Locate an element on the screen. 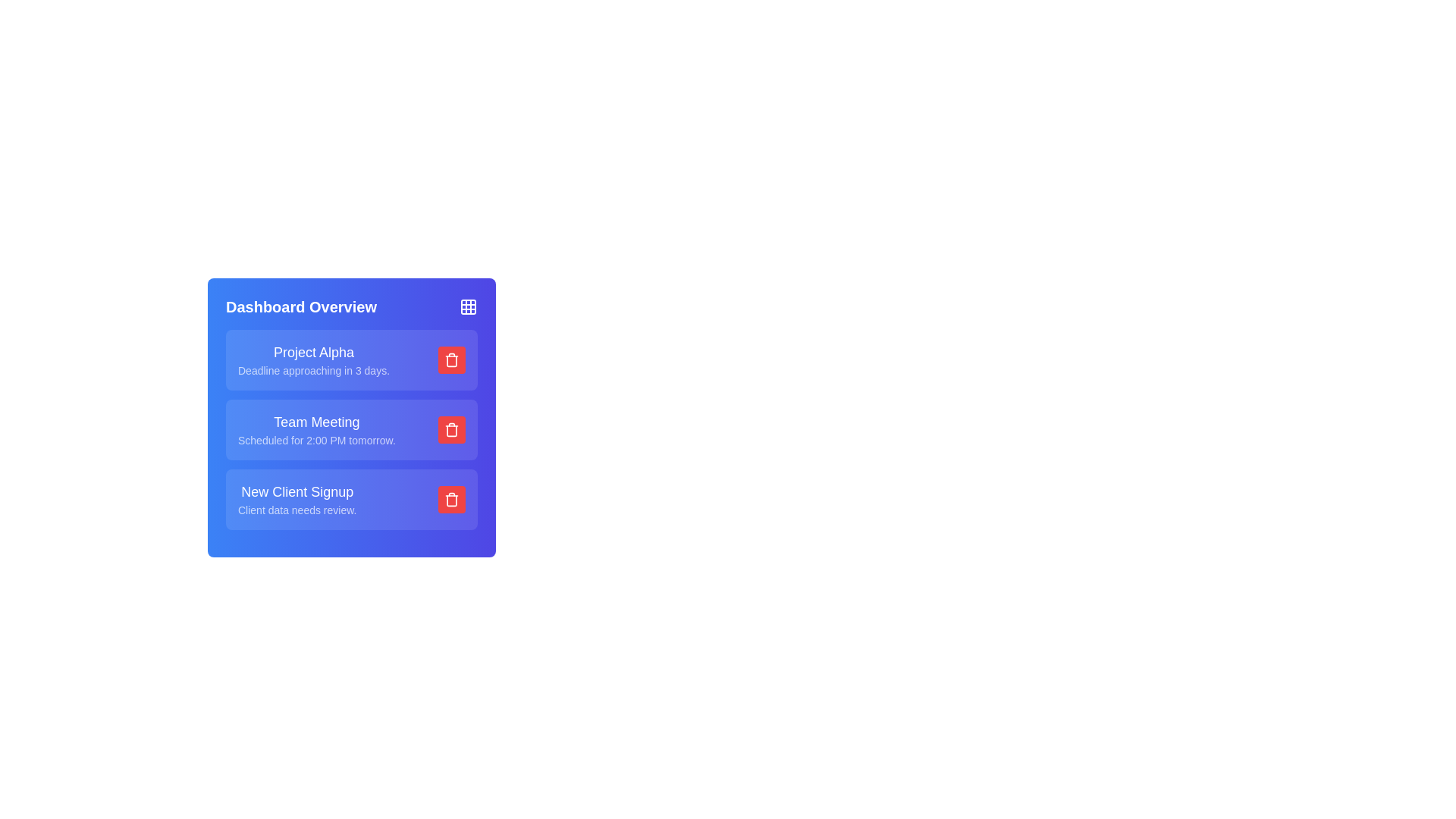 This screenshot has height=819, width=1456. the grid icon with a blue background in the upper-right corner of the 'Dashboard Overview' section is located at coordinates (468, 307).